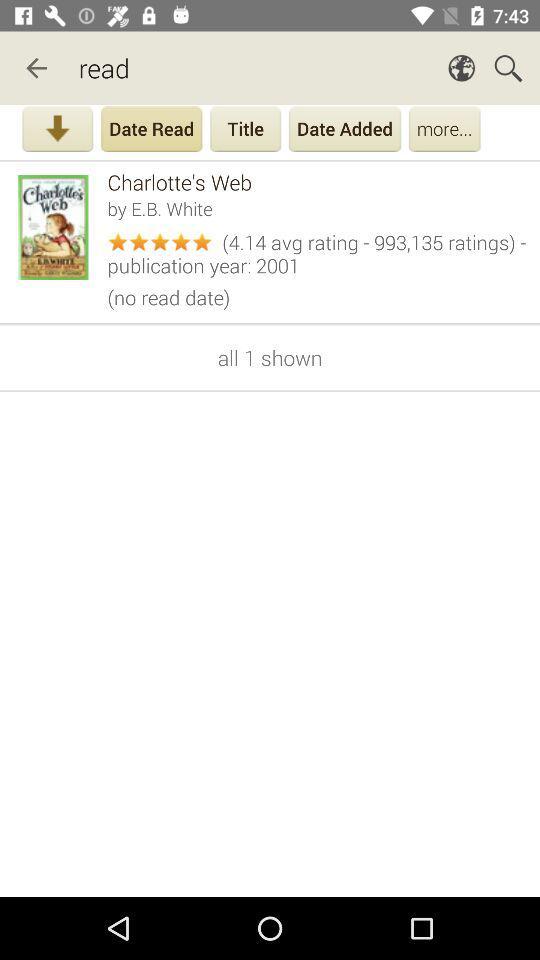  What do you see at coordinates (317, 182) in the screenshot?
I see `charlotte's web item` at bounding box center [317, 182].